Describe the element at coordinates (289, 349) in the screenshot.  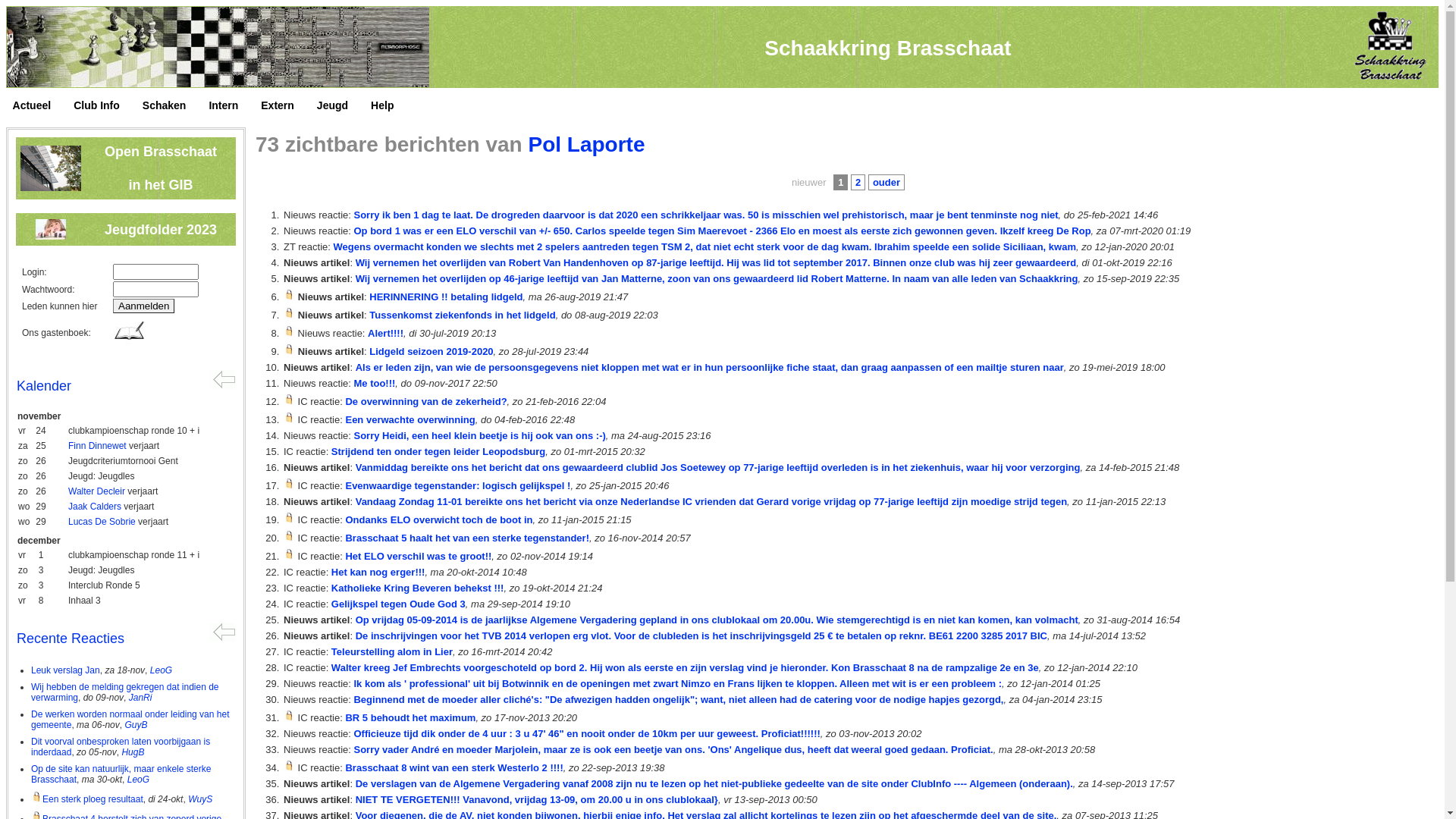
I see `'Enkel zichtbaar voor clubleden'` at that location.